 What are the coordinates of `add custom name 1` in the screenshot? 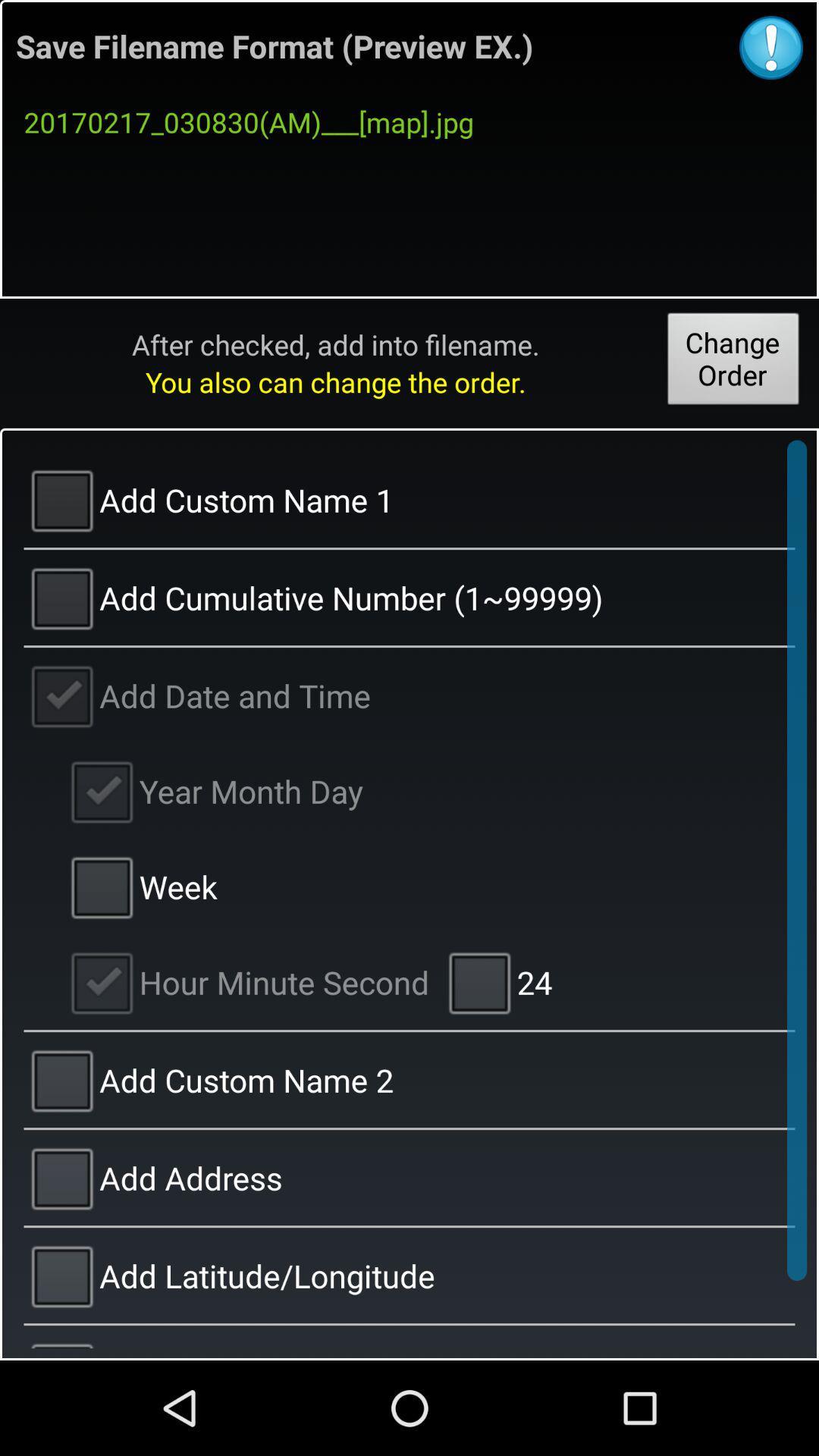 It's located at (409, 499).